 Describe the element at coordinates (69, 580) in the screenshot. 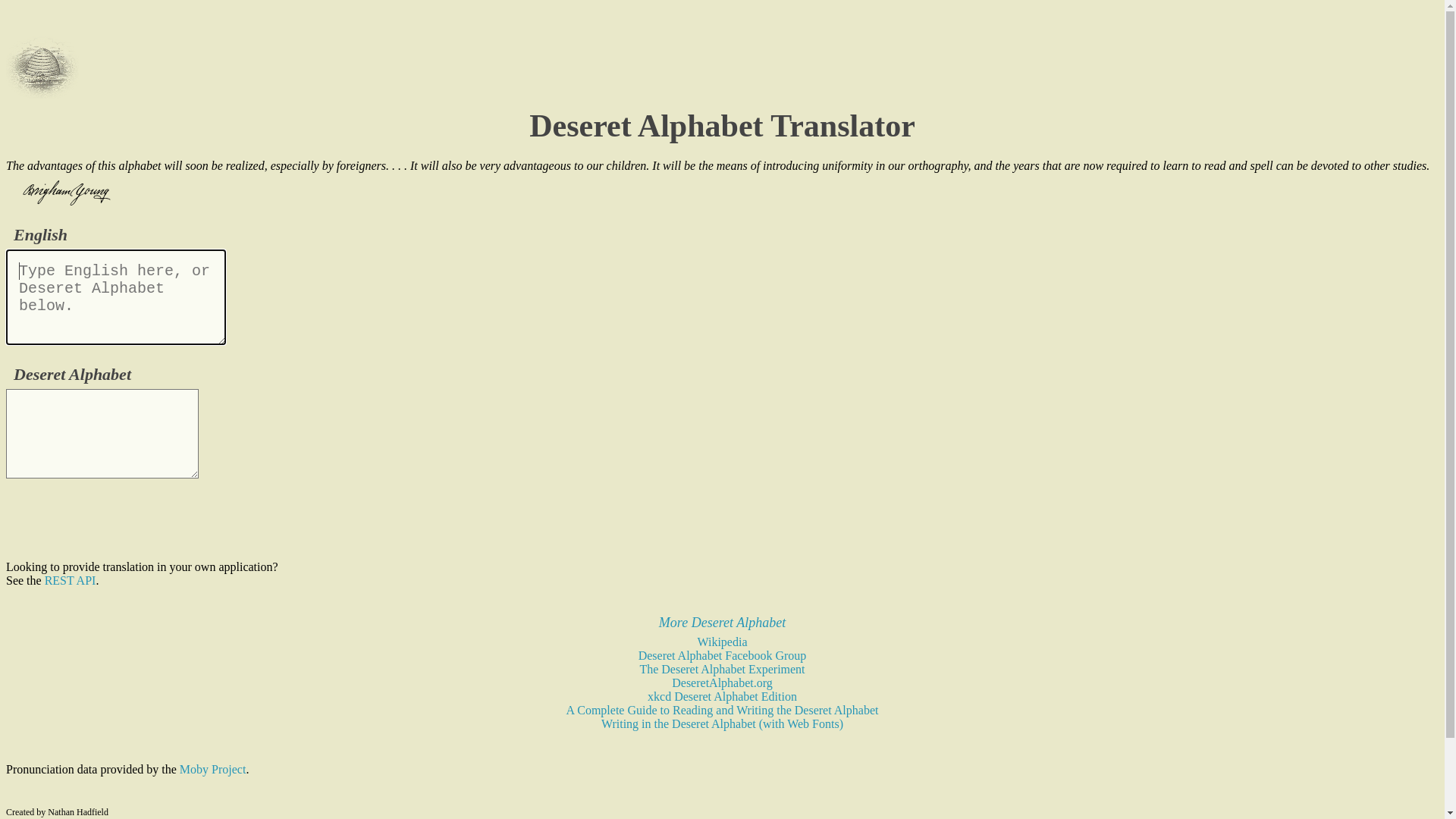

I see `'REST API'` at that location.